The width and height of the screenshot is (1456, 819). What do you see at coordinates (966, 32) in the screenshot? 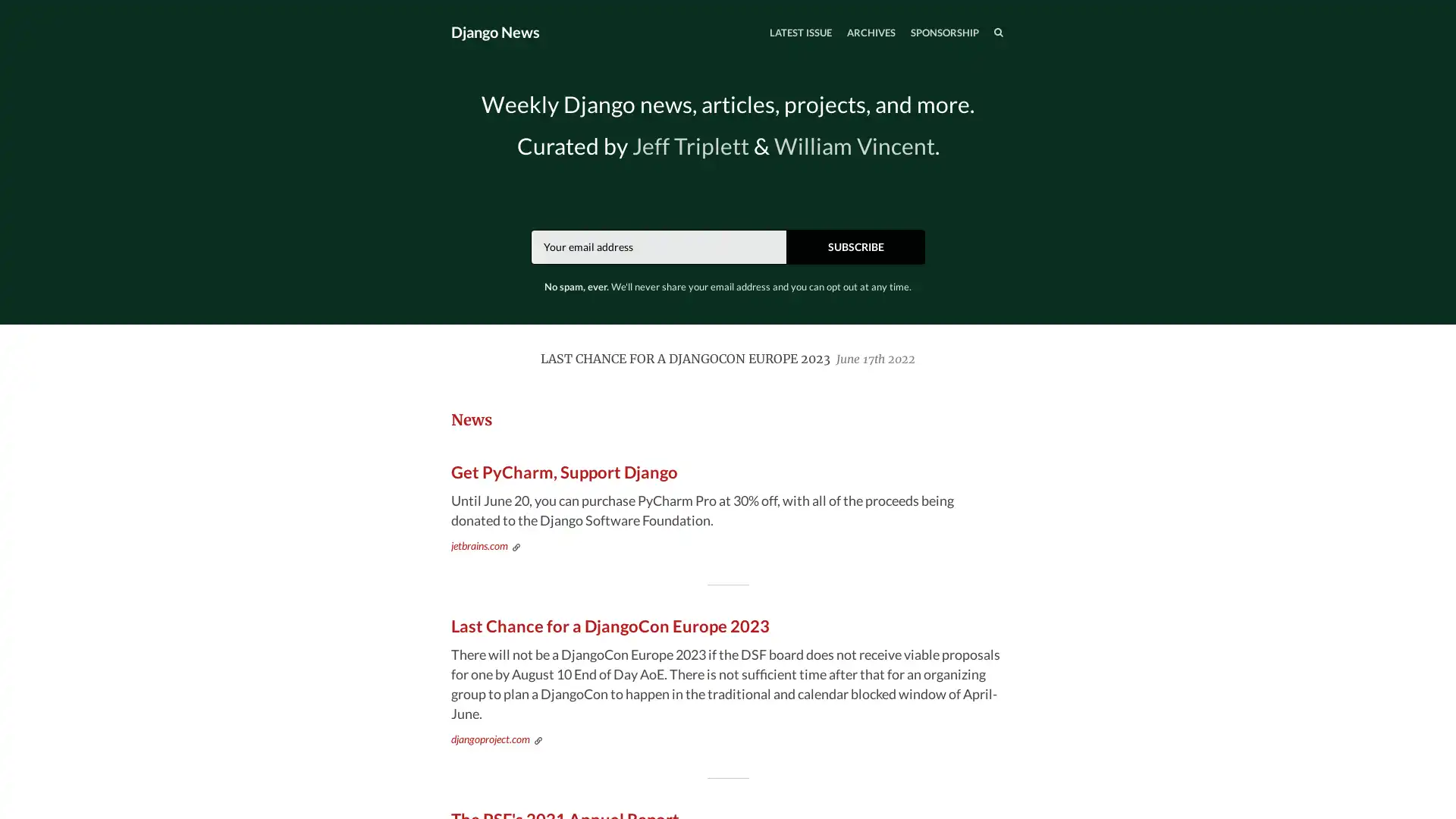
I see `SEARCH` at bounding box center [966, 32].